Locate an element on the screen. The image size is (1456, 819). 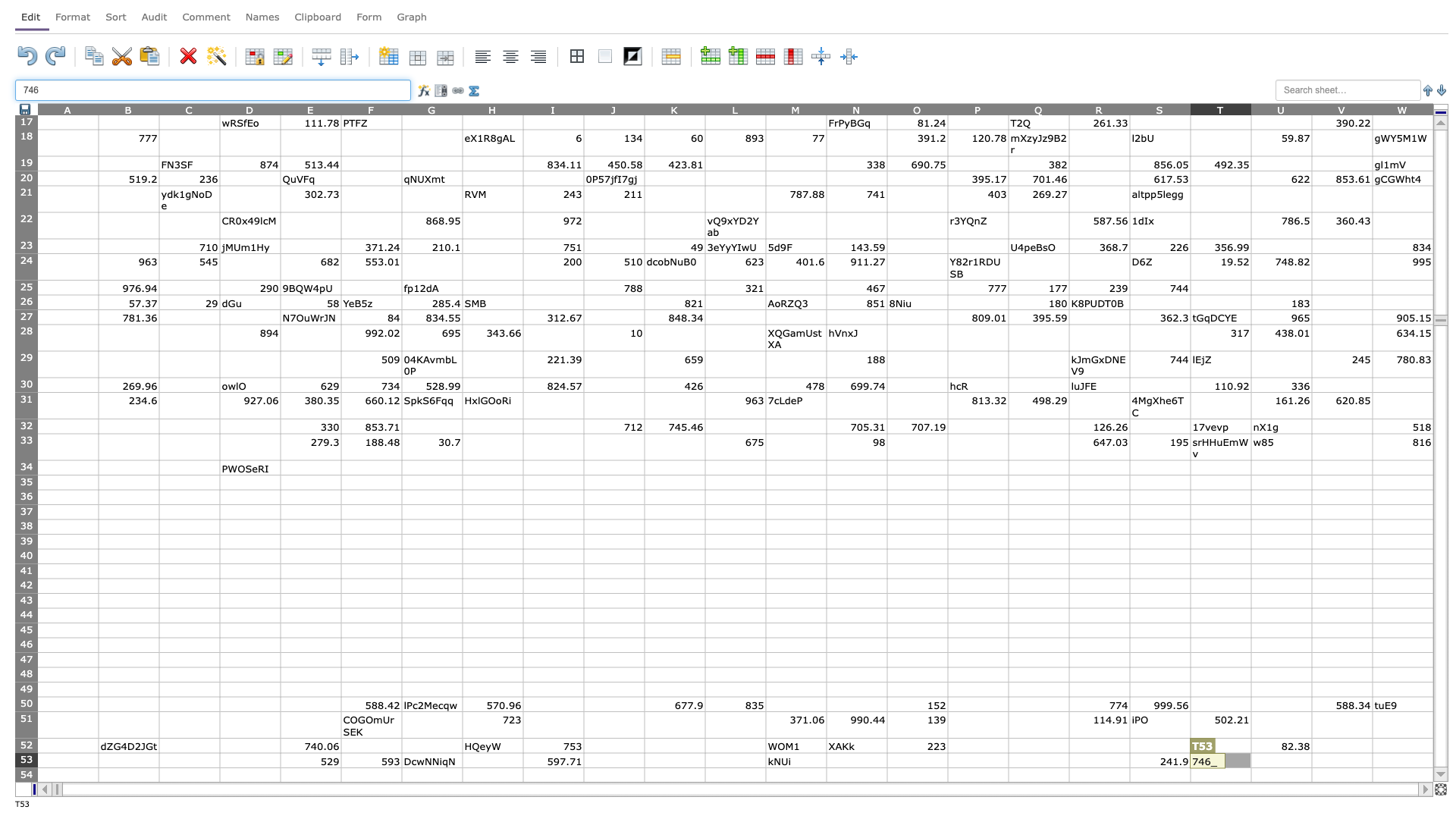
Northwest corner of cell V53 is located at coordinates (1310, 752).